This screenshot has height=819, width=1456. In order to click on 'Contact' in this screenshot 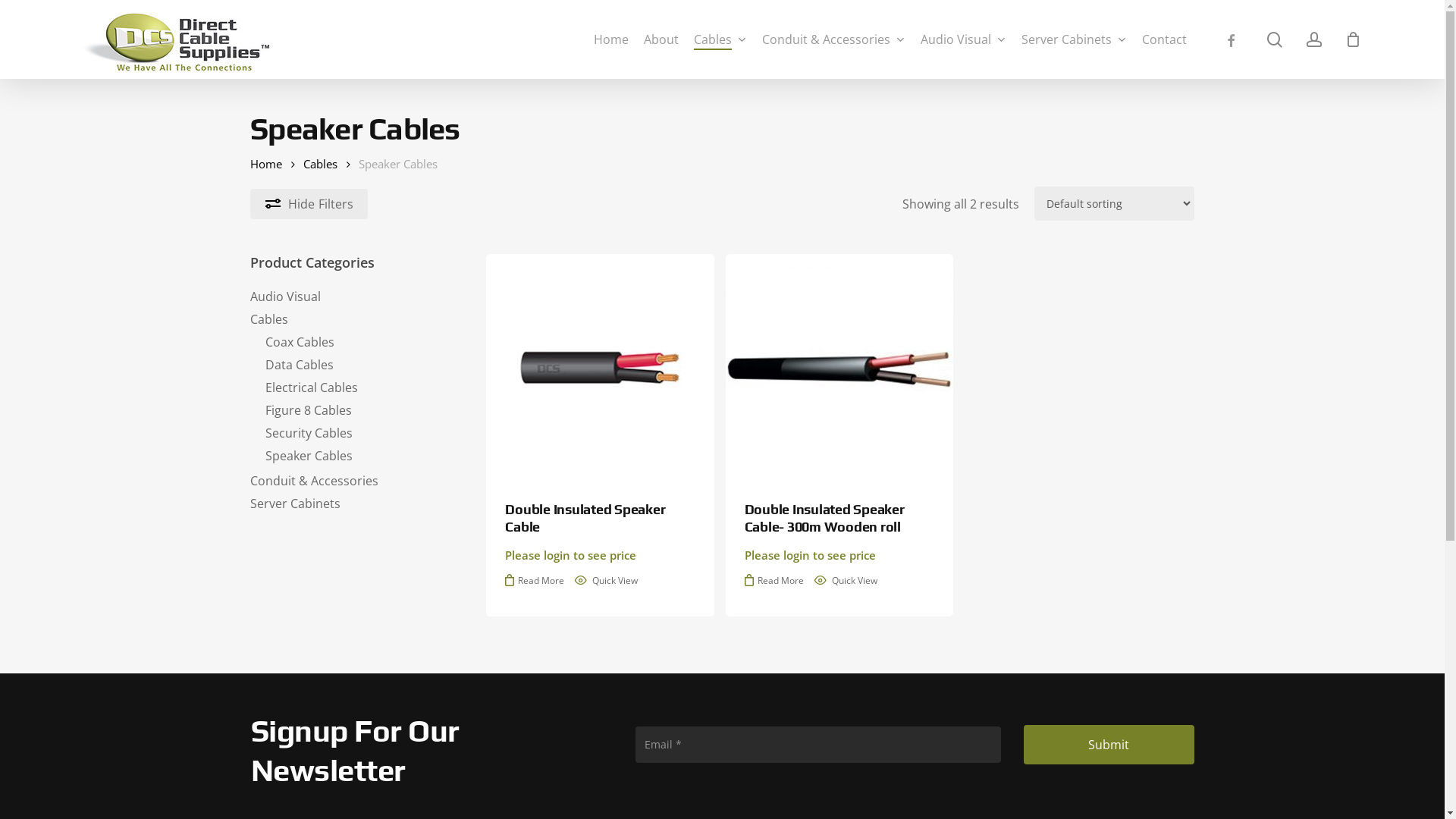, I will do `click(1142, 38)`.